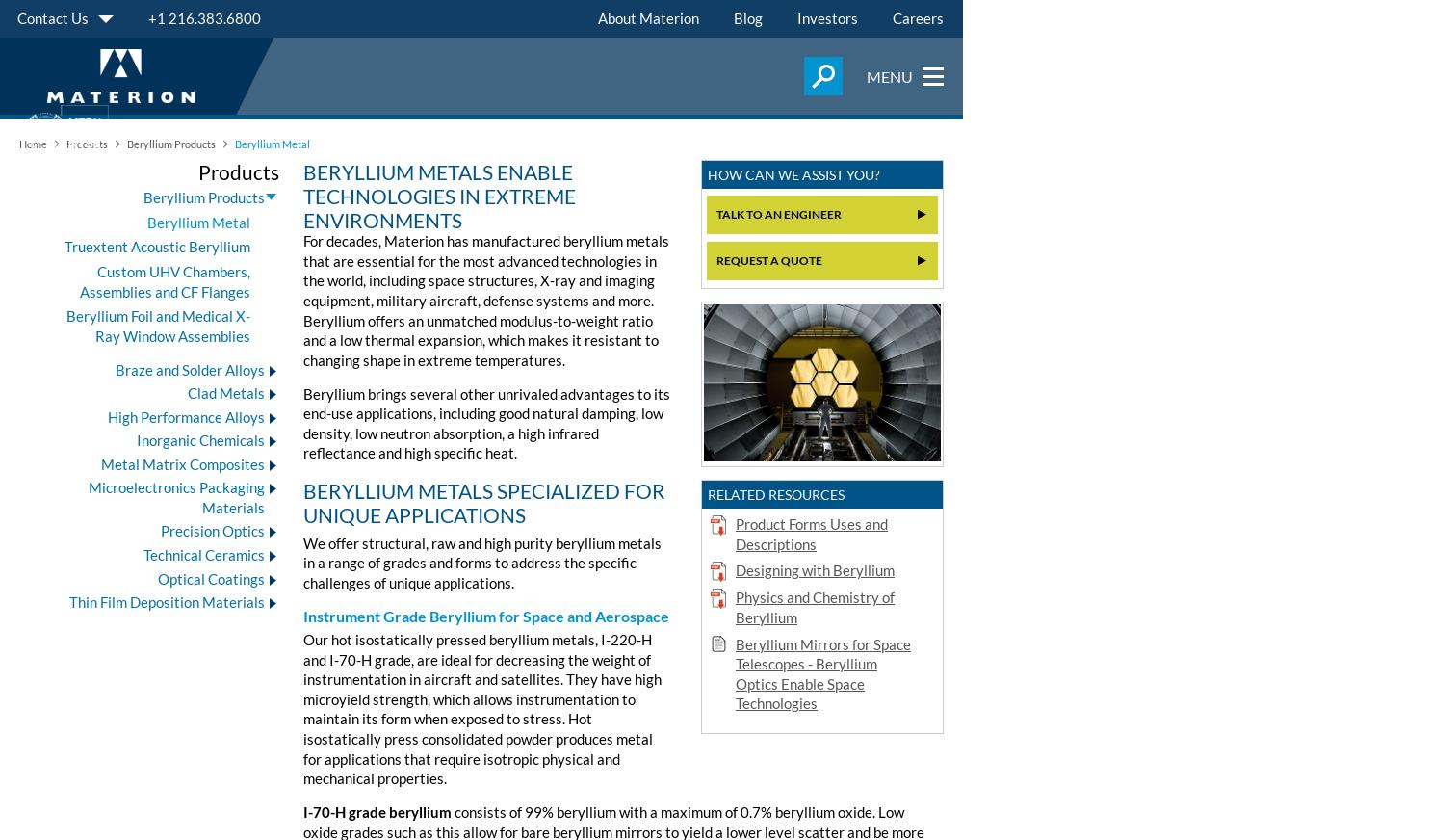 This screenshot has width=1456, height=840. Describe the element at coordinates (889, 74) in the screenshot. I see `'Menu'` at that location.